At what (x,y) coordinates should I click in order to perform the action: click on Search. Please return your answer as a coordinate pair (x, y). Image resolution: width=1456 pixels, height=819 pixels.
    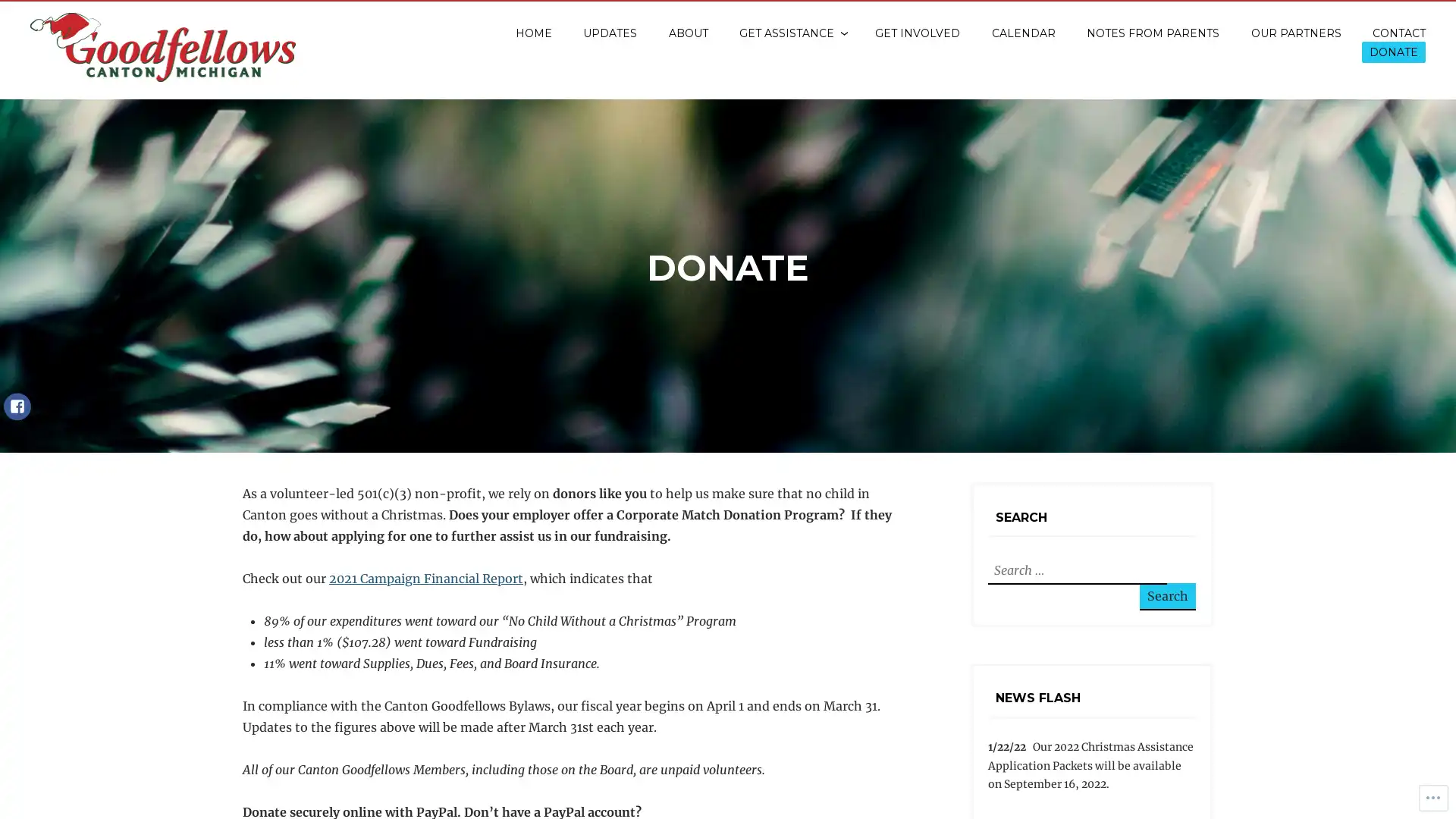
    Looking at the image, I should click on (1167, 595).